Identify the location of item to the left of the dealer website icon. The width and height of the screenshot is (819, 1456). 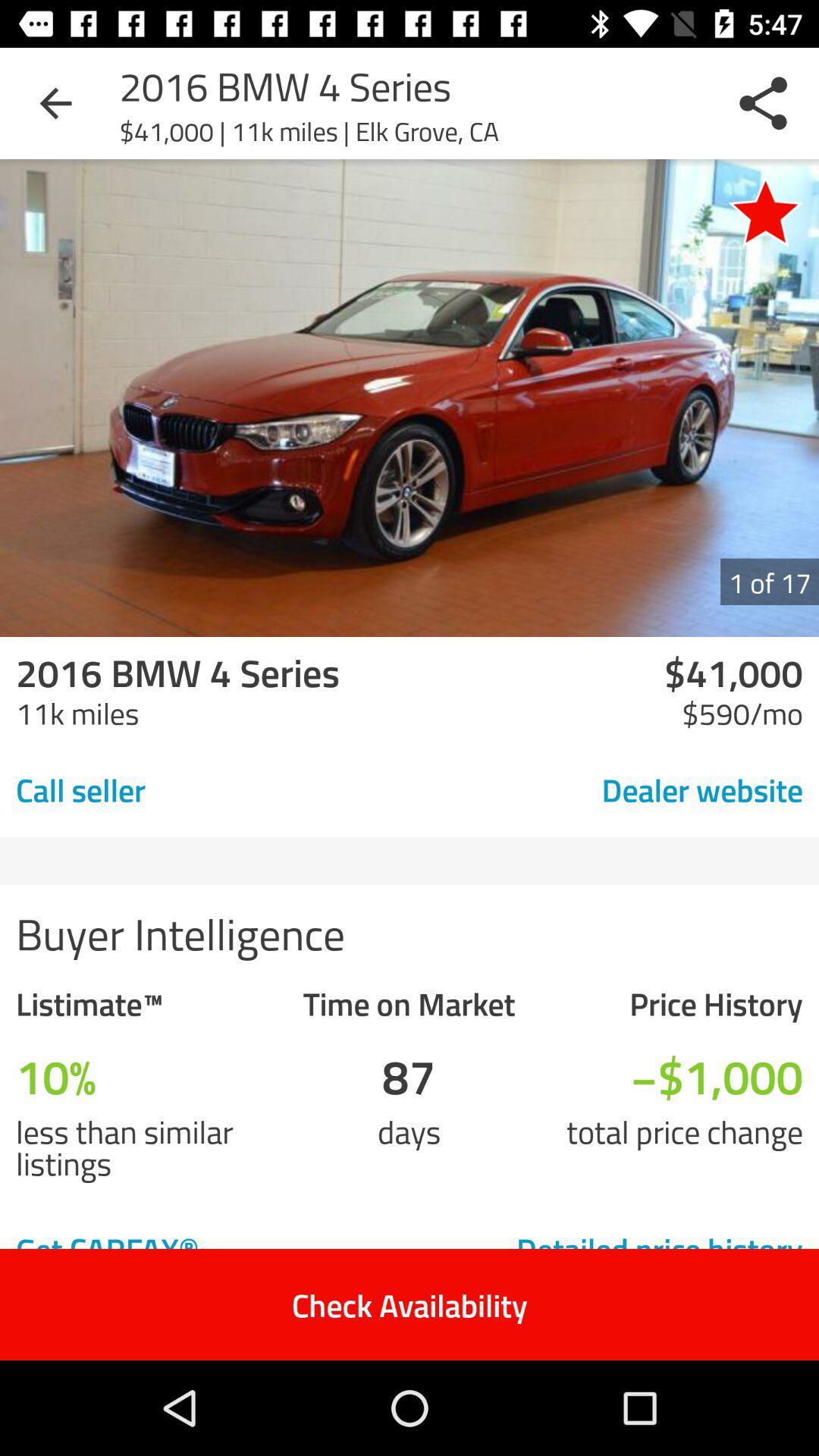
(186, 789).